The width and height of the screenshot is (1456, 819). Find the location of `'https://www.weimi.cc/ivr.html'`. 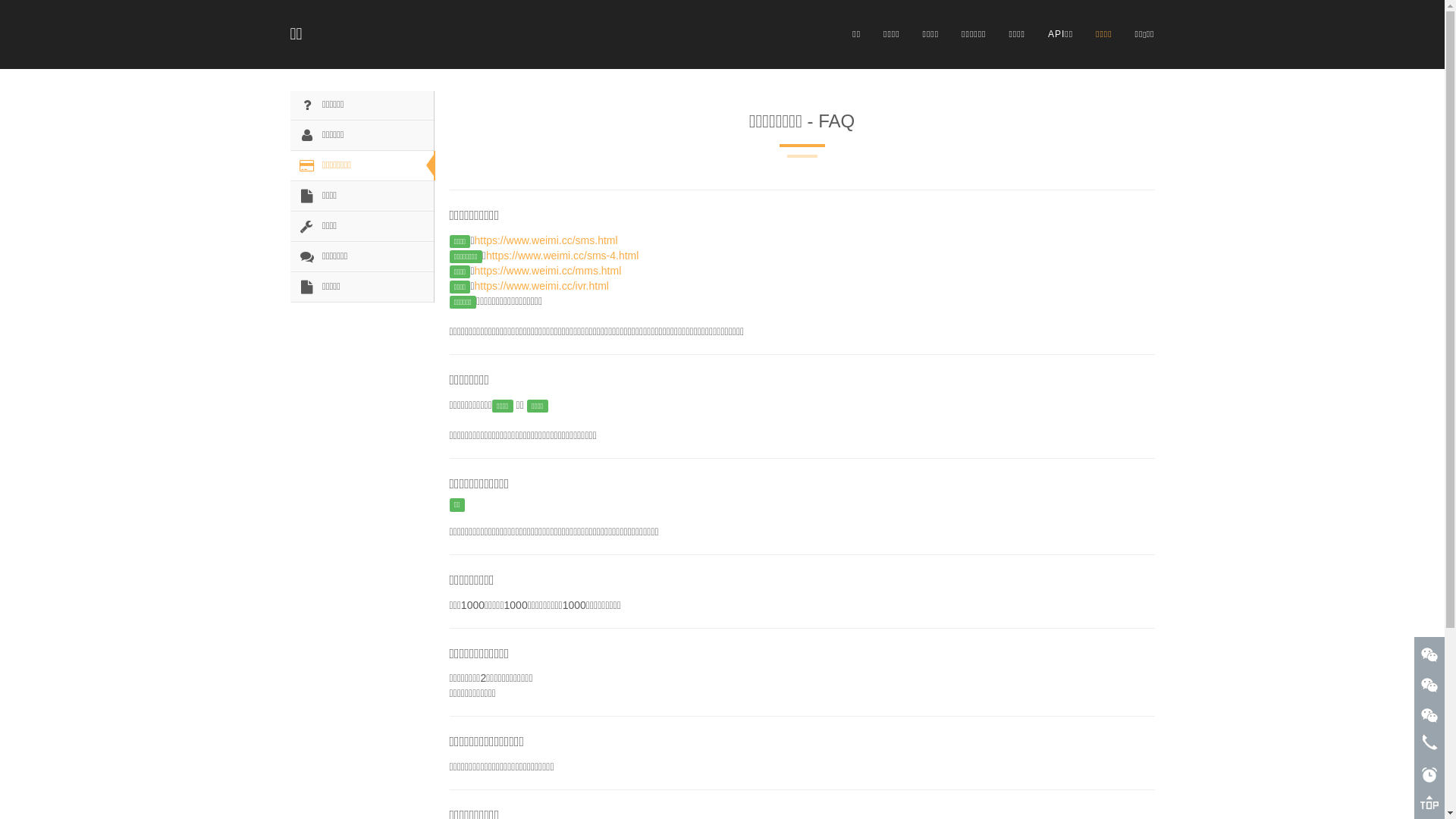

'https://www.weimi.cc/ivr.html' is located at coordinates (473, 286).